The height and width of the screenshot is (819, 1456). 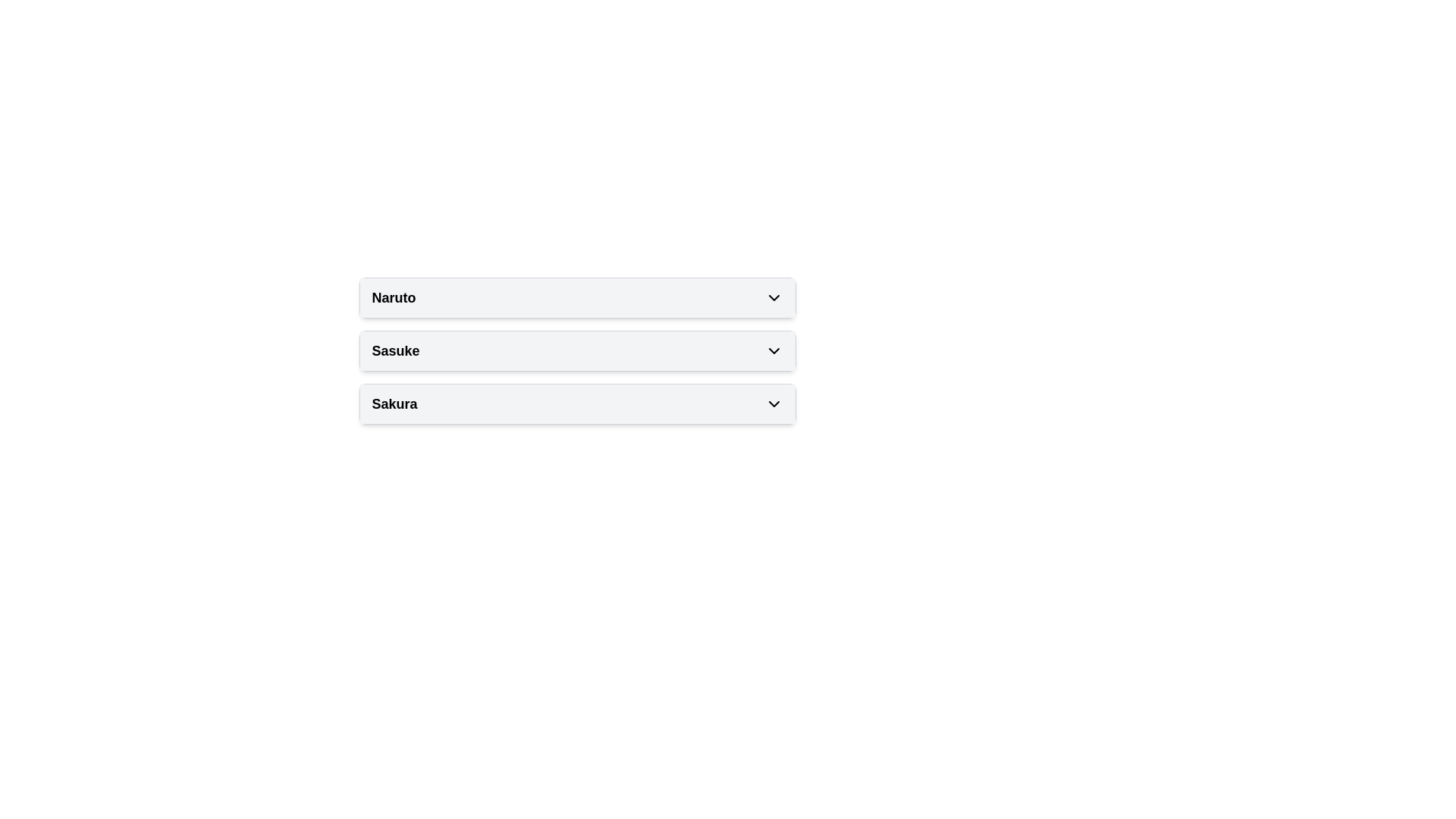 I want to click on the dropdown item labeled 'Sasuke', so click(x=576, y=350).